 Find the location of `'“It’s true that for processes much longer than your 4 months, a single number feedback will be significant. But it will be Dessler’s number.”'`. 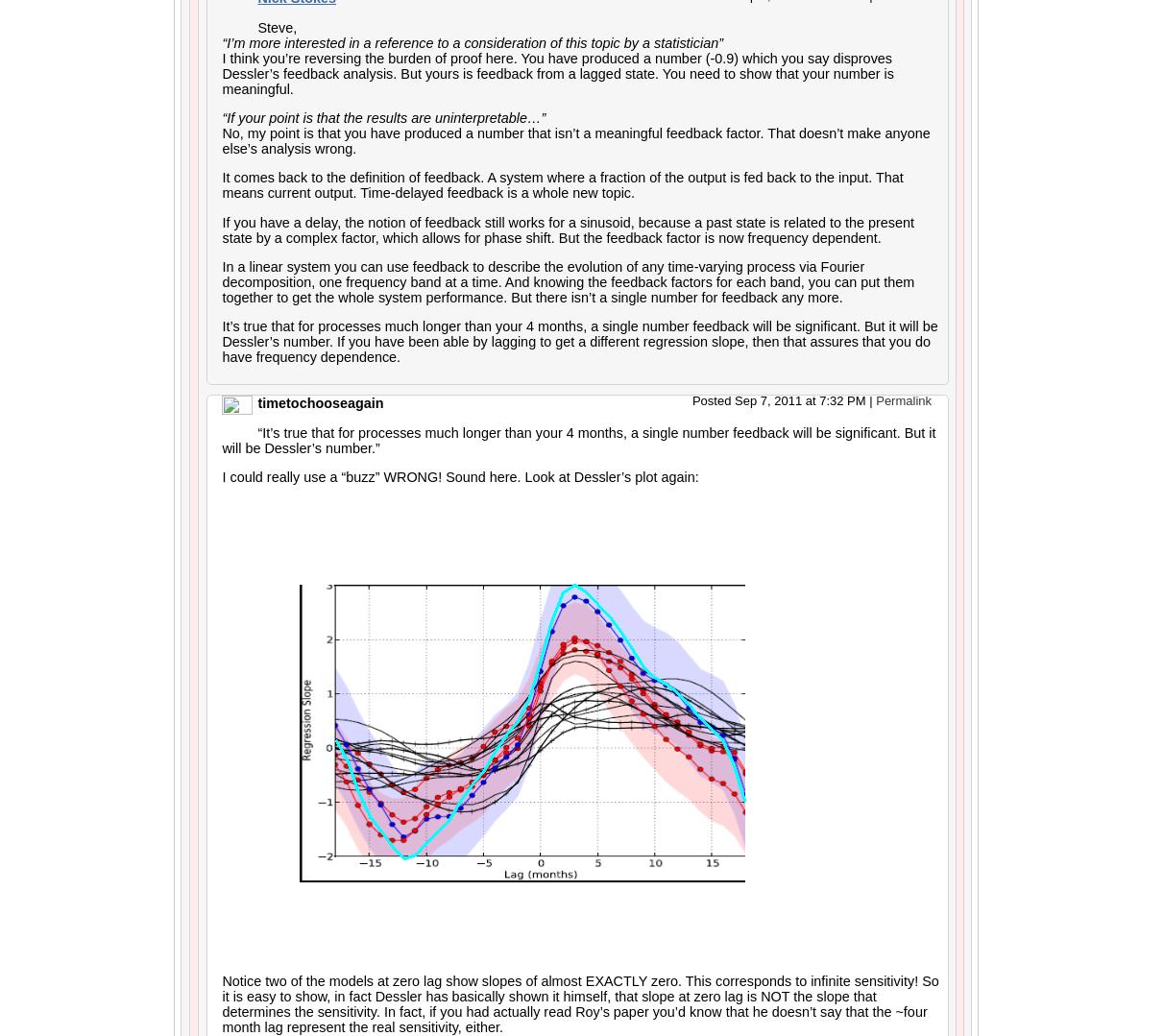

'“It’s true that for processes much longer than your 4 months, a single number feedback will be significant. But it will be Dessler’s number.”' is located at coordinates (578, 439).